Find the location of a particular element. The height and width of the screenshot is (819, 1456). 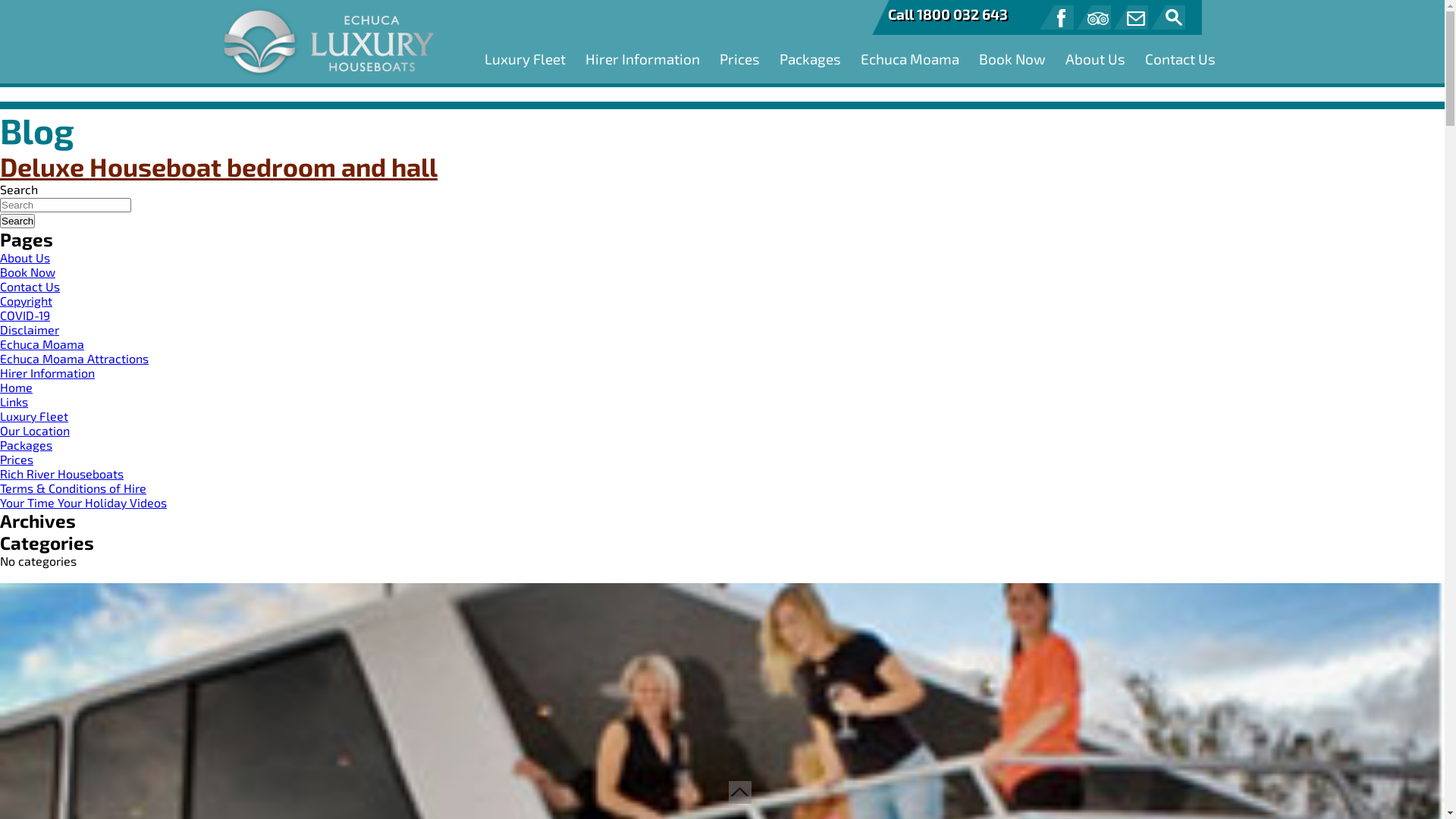

'Home' is located at coordinates (16, 386).